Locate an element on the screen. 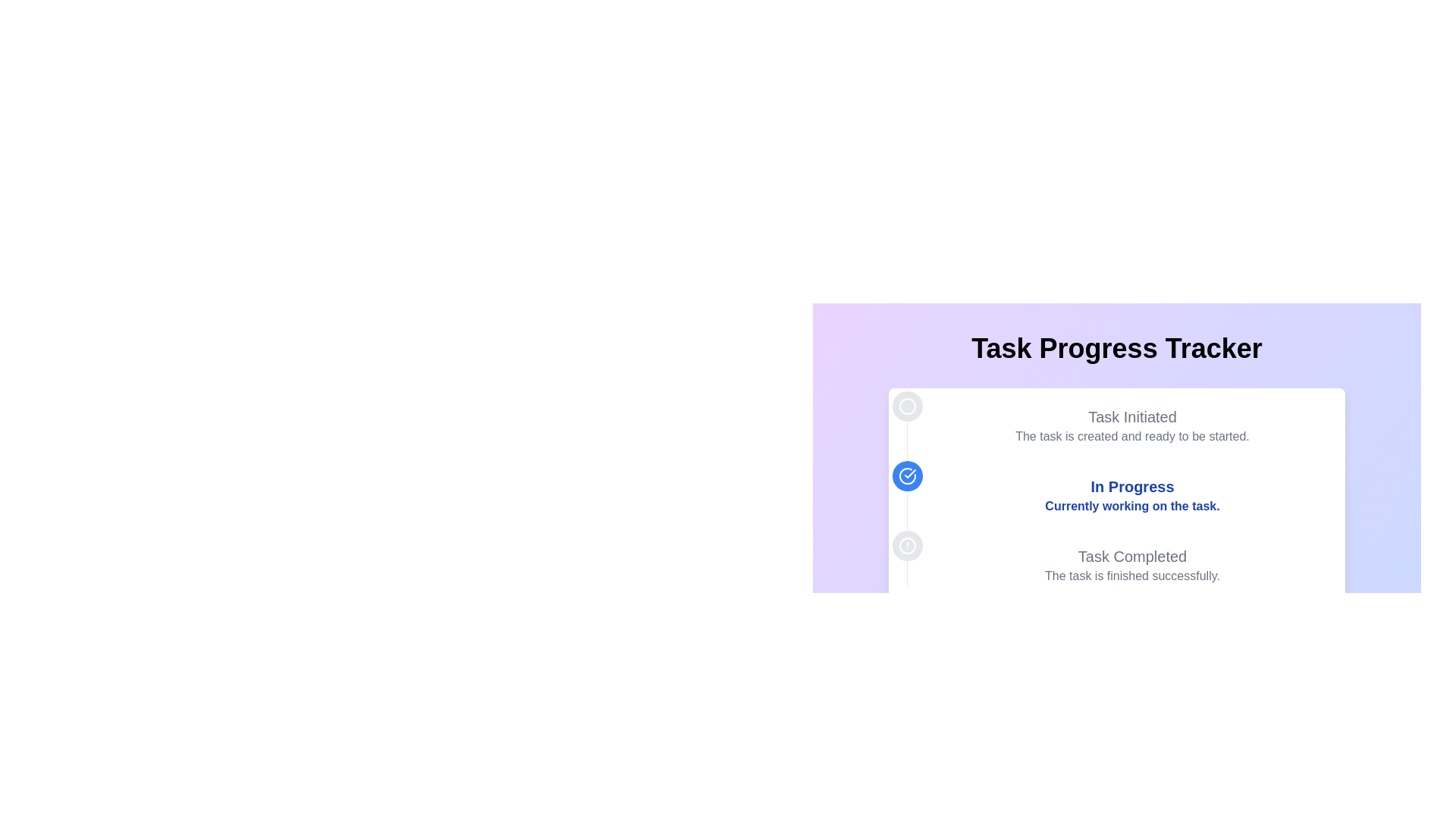 Image resolution: width=1456 pixels, height=819 pixels. the text label displaying 'Task Completed', which is a large gray font label located in the bottom section of the progress tracker layout is located at coordinates (1132, 556).